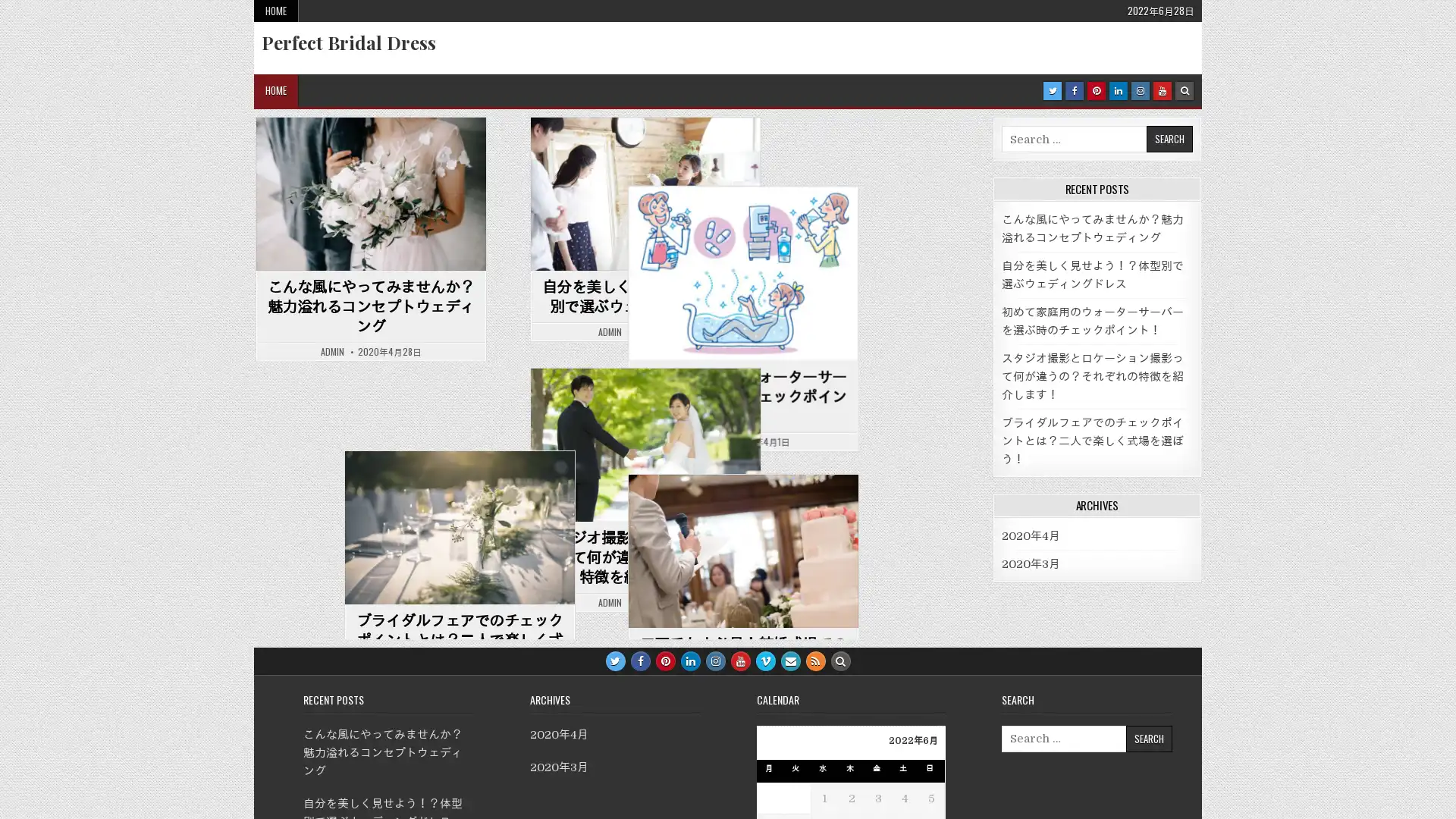  What do you see at coordinates (1168, 139) in the screenshot?
I see `Search` at bounding box center [1168, 139].